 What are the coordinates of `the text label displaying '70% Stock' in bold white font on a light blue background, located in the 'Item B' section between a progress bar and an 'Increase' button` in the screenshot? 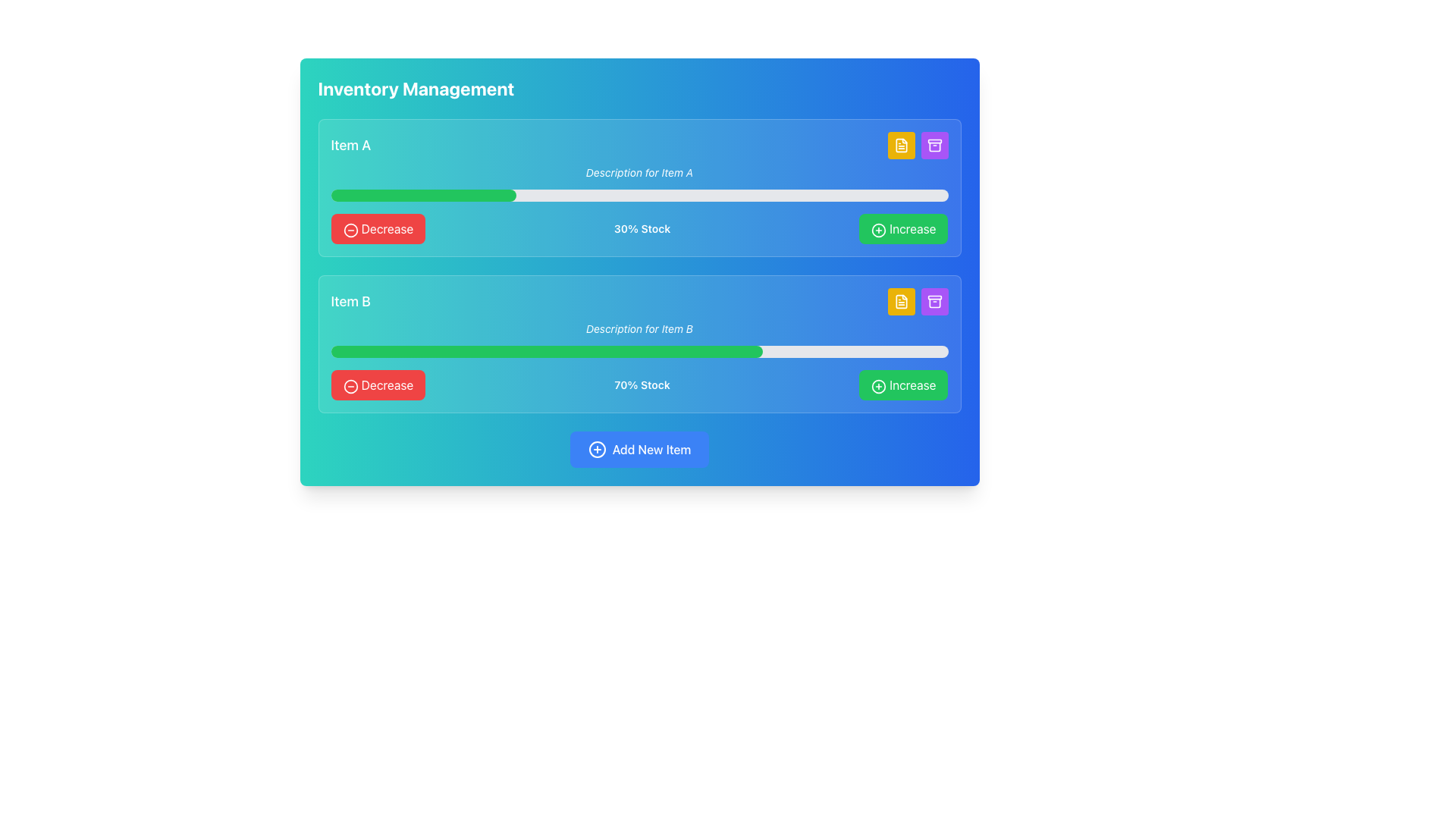 It's located at (642, 384).